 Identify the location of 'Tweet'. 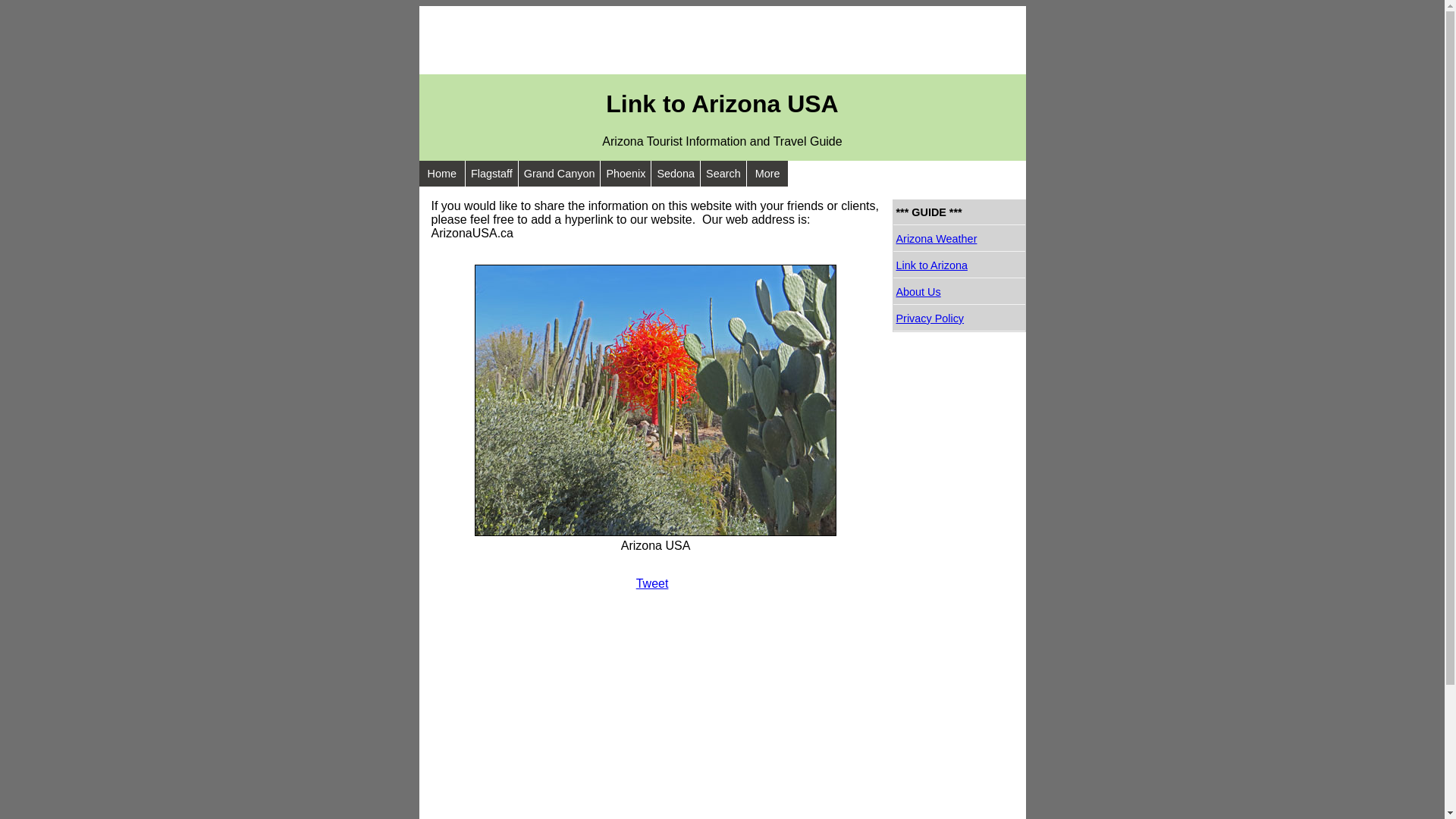
(636, 582).